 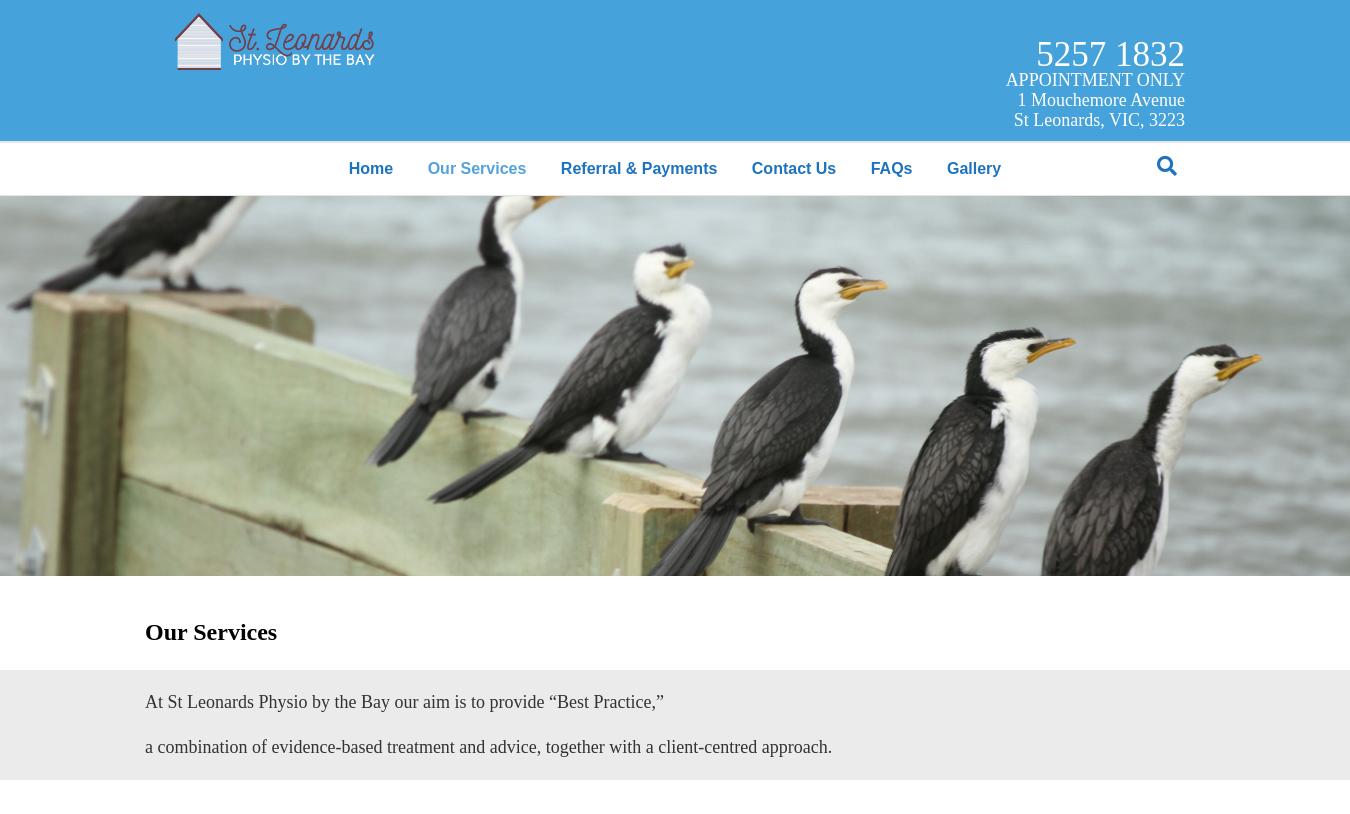 What do you see at coordinates (1110, 53) in the screenshot?
I see `'5257 1832'` at bounding box center [1110, 53].